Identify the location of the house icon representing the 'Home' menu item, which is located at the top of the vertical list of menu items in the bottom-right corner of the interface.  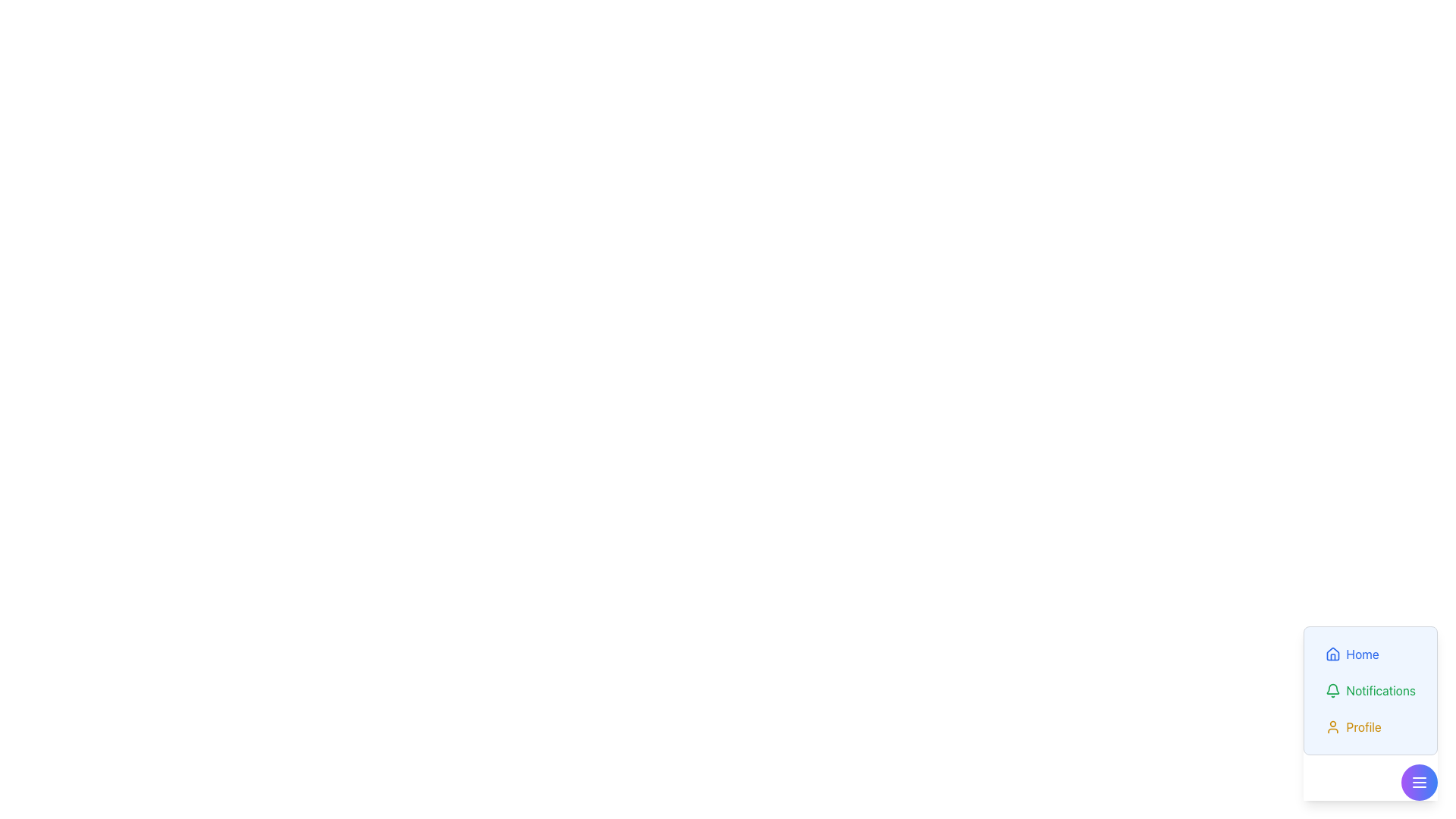
(1332, 653).